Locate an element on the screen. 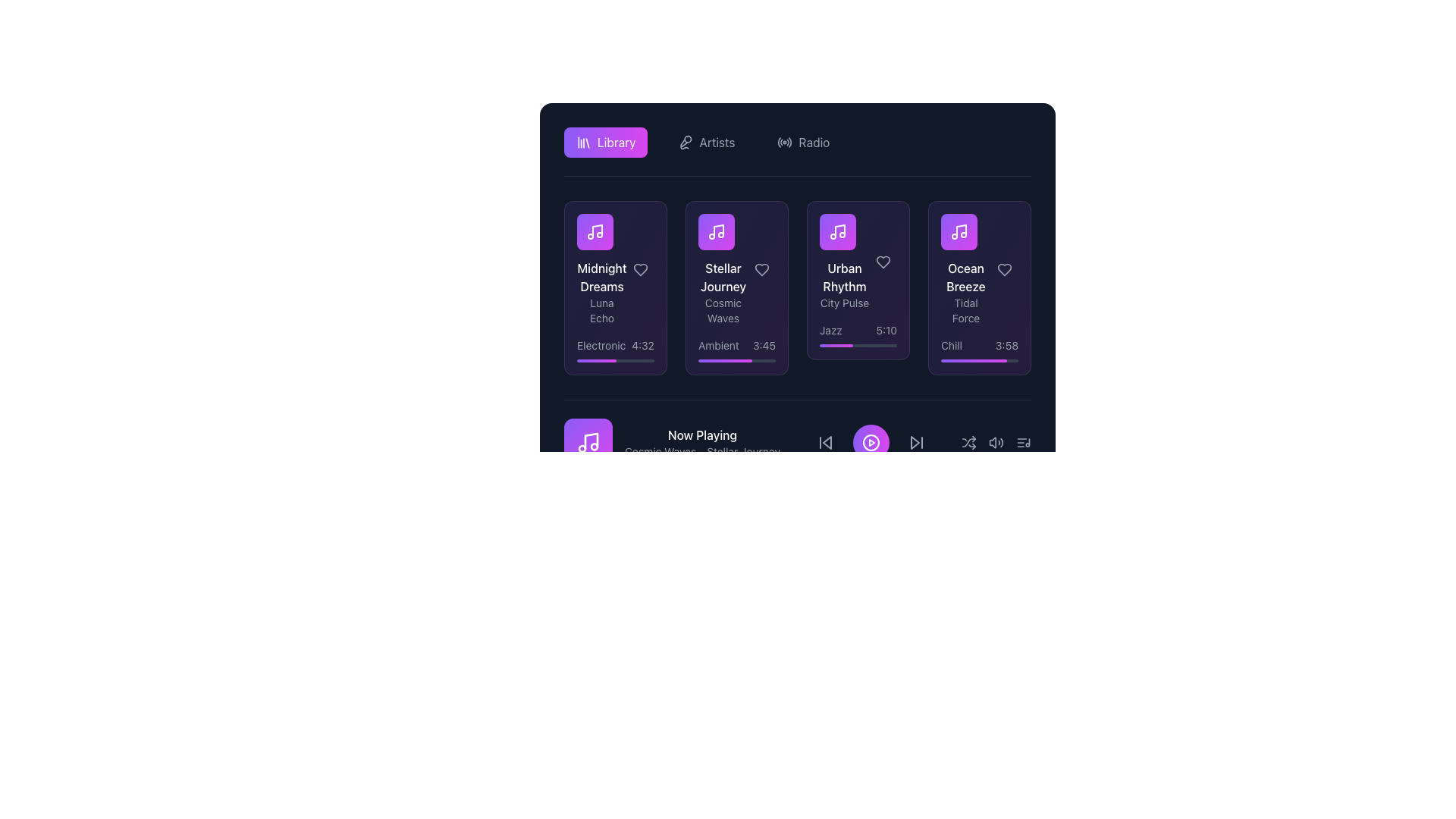 The width and height of the screenshot is (1456, 819). the text label indicating the currently playing track, which is centrally positioned in the lower section of the interface is located at coordinates (701, 435).